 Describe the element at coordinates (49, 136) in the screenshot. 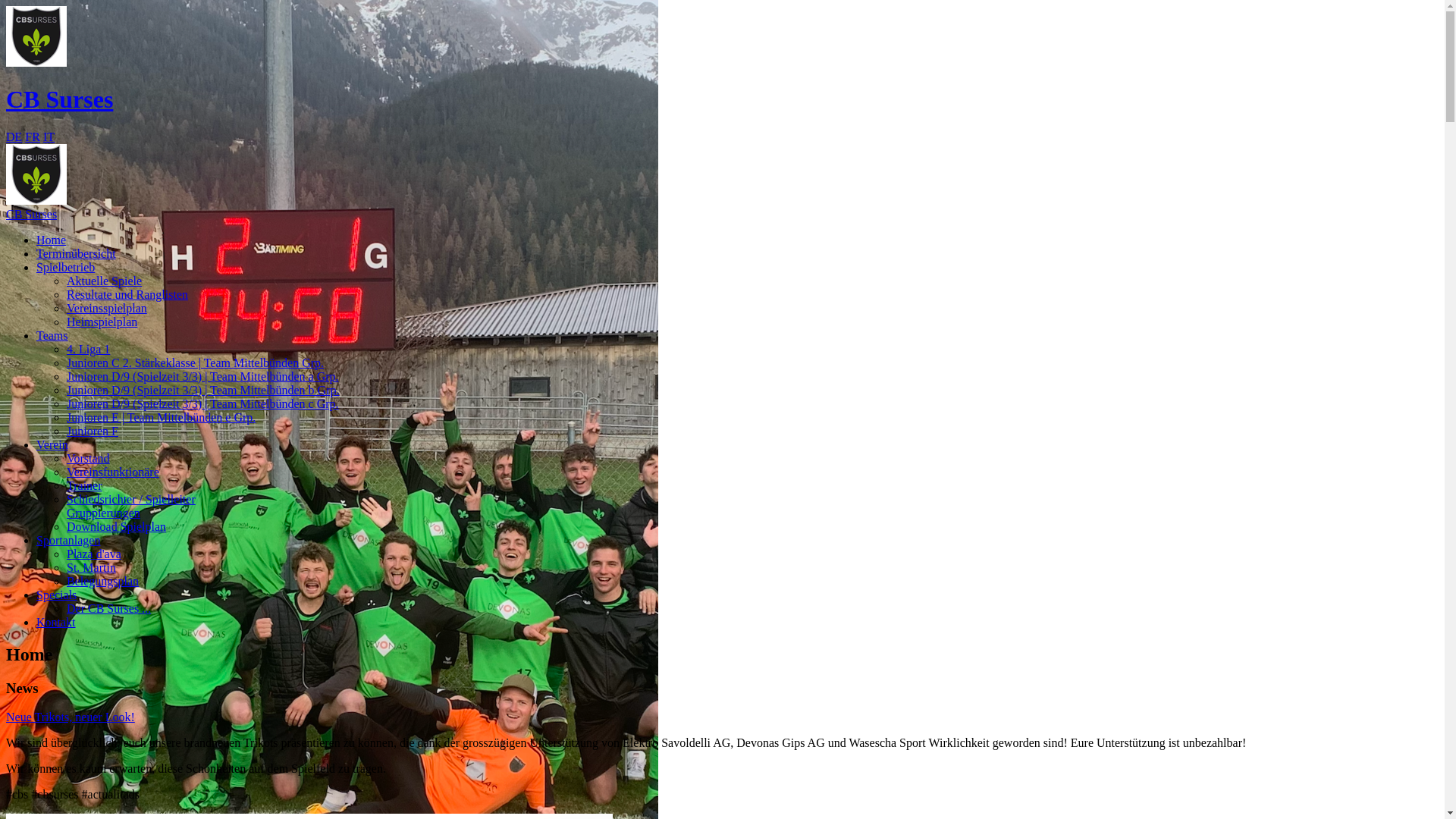

I see `'IT'` at that location.